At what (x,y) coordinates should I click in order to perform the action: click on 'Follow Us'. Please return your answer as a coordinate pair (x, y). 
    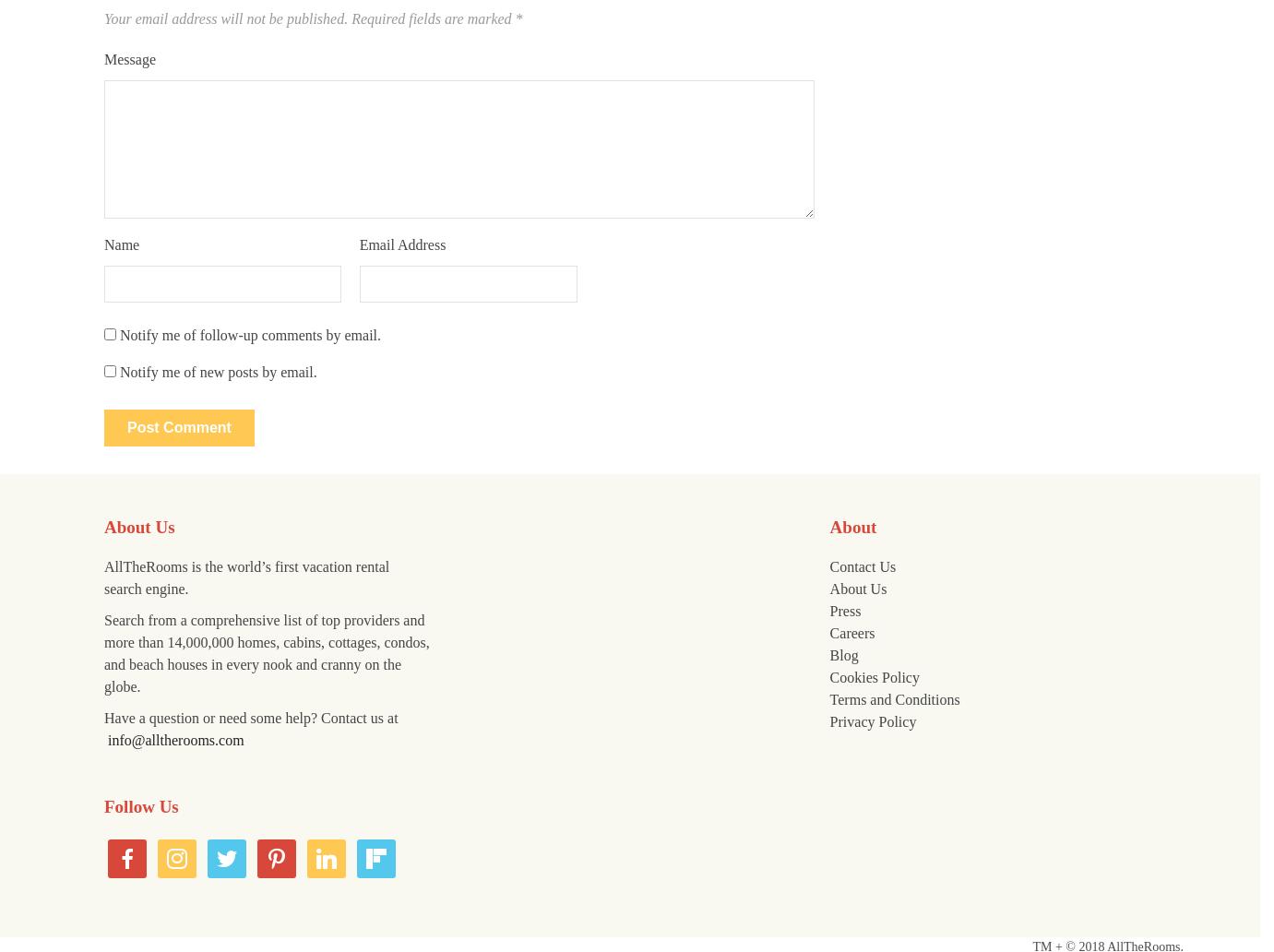
    Looking at the image, I should click on (141, 806).